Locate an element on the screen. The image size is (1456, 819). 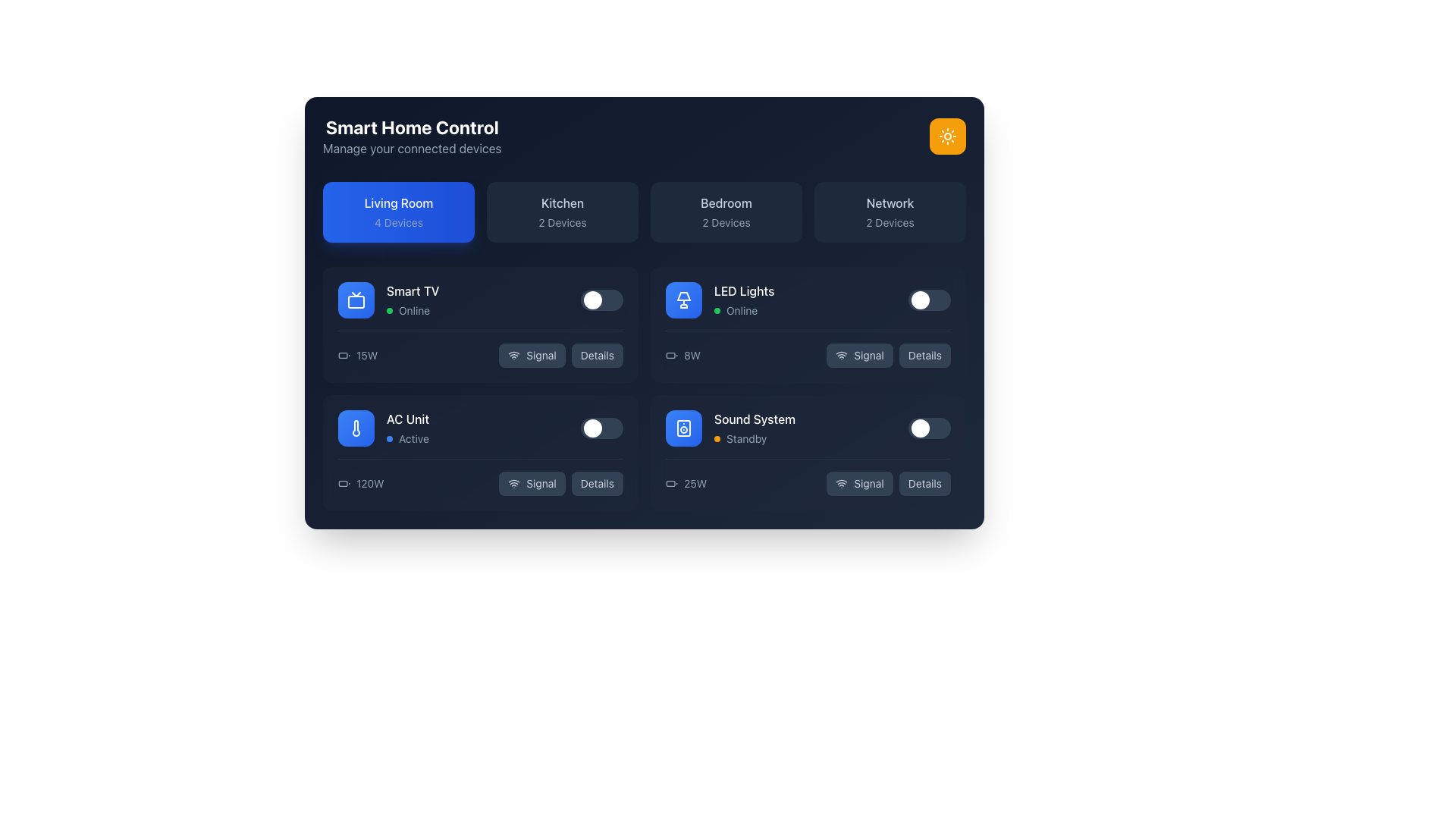
the yellow rounded-corner button with a white sun icon in the top-right corner of the 'Smart Home Control' interface is located at coordinates (946, 136).